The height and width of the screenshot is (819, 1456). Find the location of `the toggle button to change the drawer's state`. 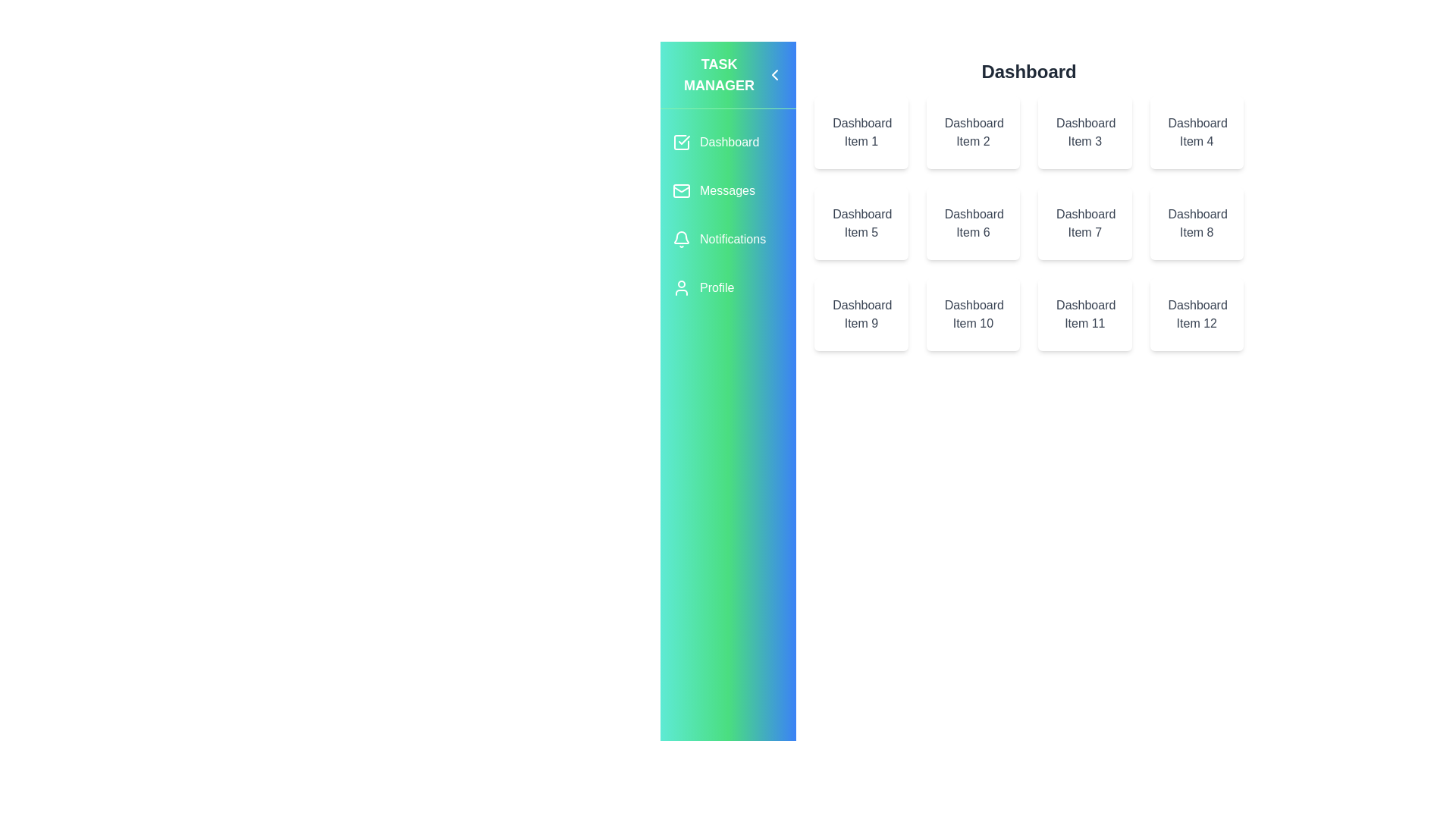

the toggle button to change the drawer's state is located at coordinates (775, 75).